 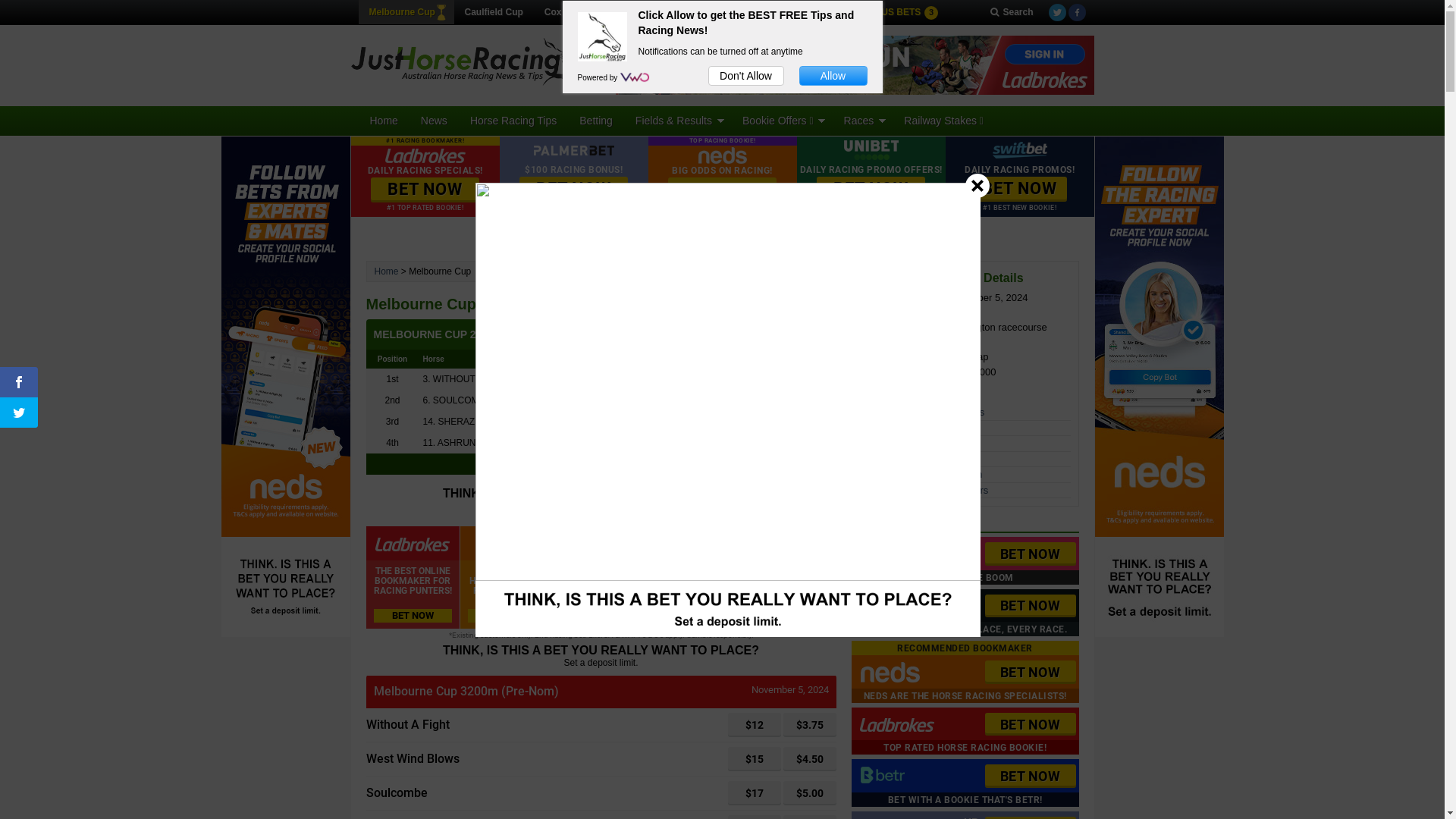 What do you see at coordinates (425, 189) in the screenshot?
I see `'BET NOW'` at bounding box center [425, 189].